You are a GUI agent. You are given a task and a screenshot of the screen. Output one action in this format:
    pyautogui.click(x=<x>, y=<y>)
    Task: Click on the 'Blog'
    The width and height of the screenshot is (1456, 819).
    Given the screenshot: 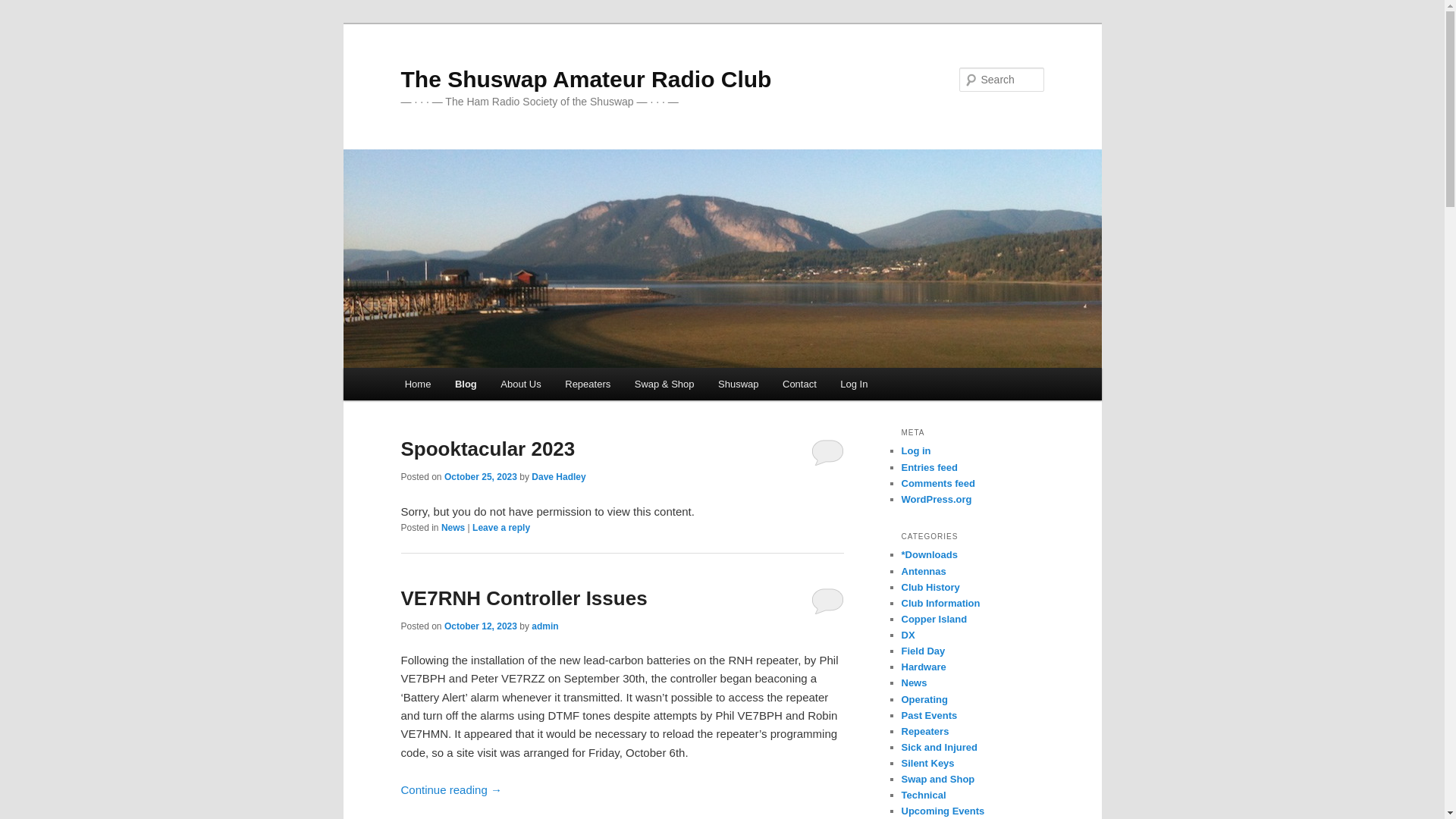 What is the action you would take?
    pyautogui.click(x=465, y=383)
    